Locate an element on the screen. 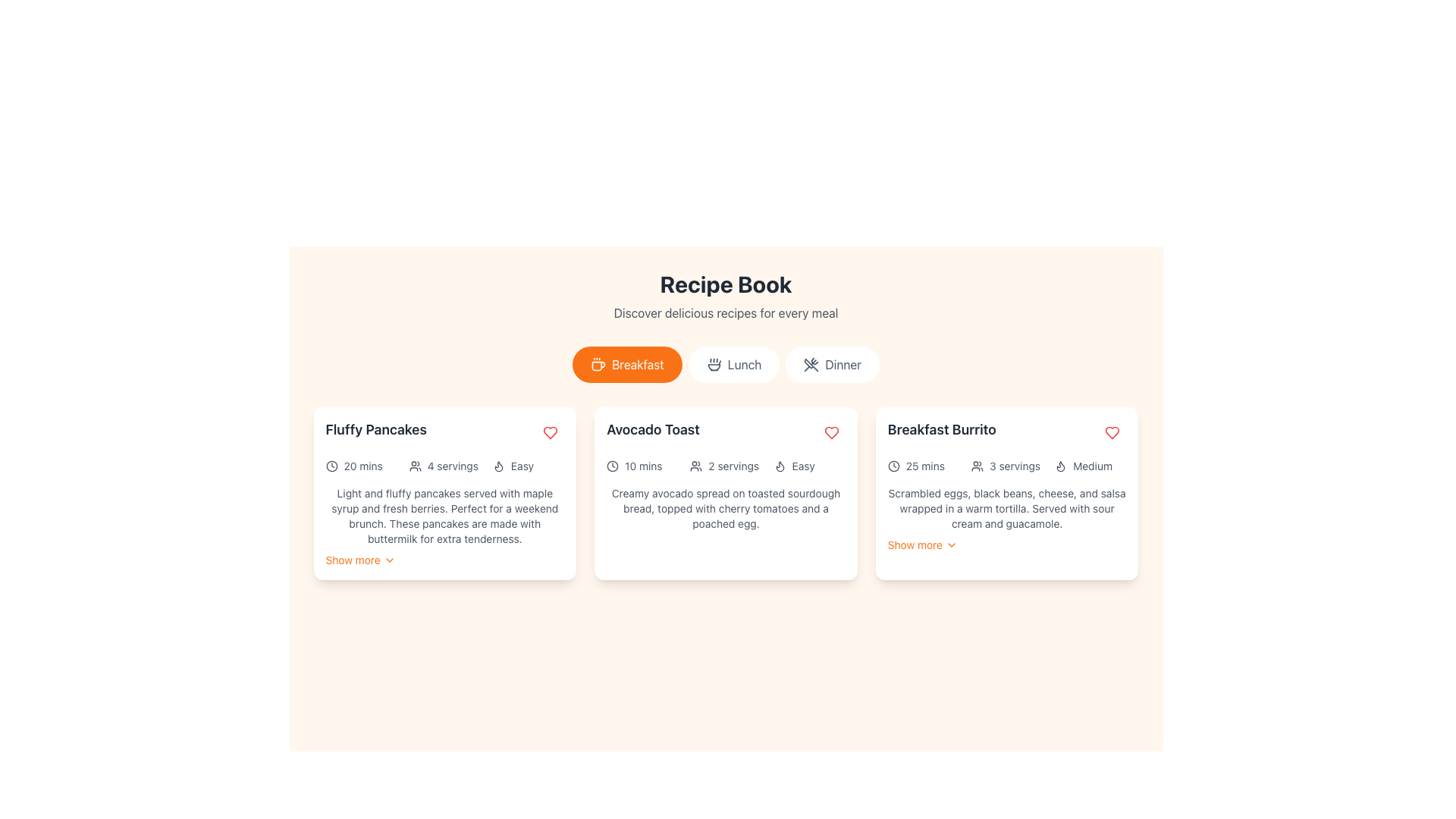  the 'Lunch' button for keyboard navigation is located at coordinates (725, 365).